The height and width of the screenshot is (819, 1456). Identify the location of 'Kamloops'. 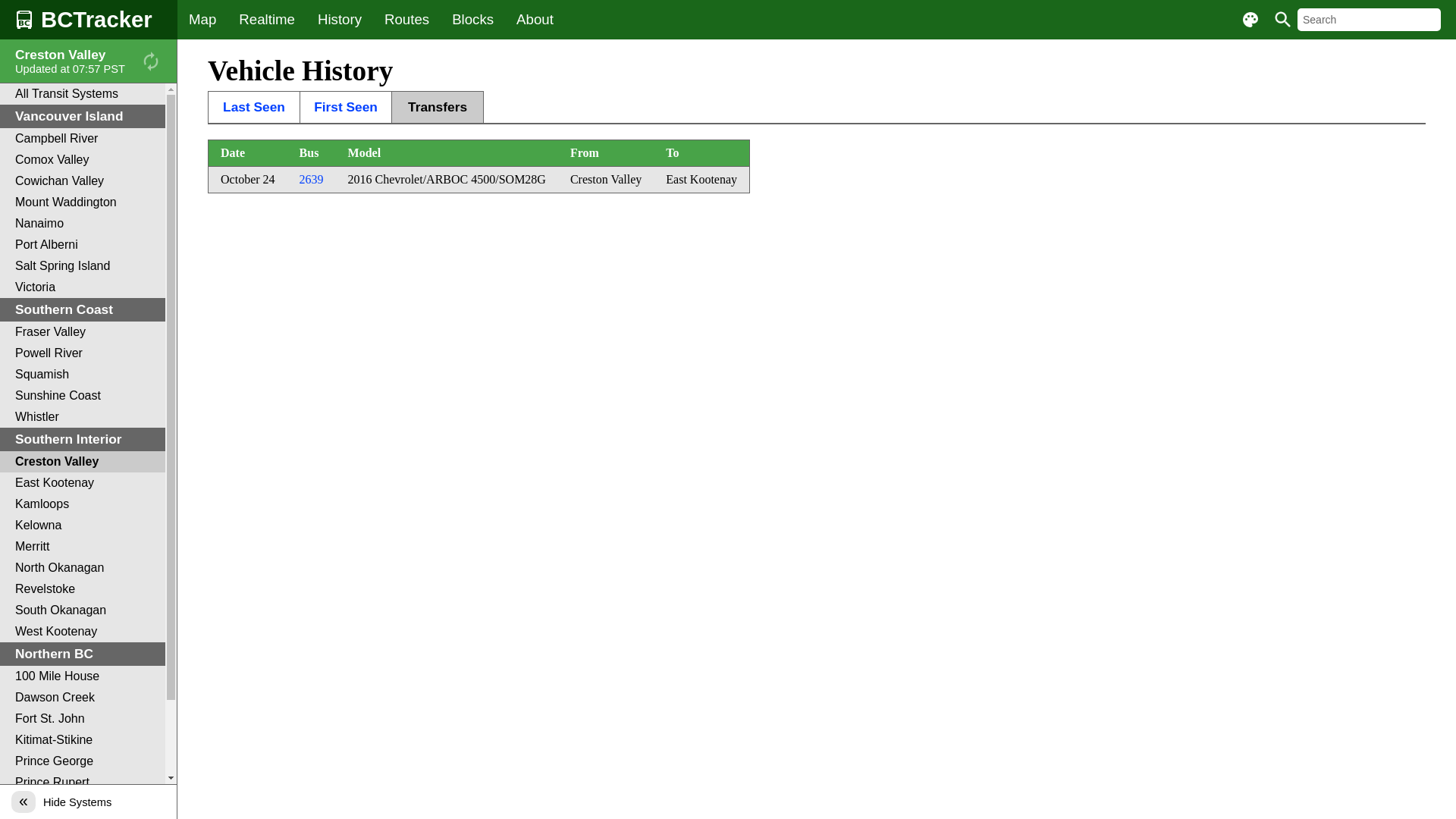
(82, 504).